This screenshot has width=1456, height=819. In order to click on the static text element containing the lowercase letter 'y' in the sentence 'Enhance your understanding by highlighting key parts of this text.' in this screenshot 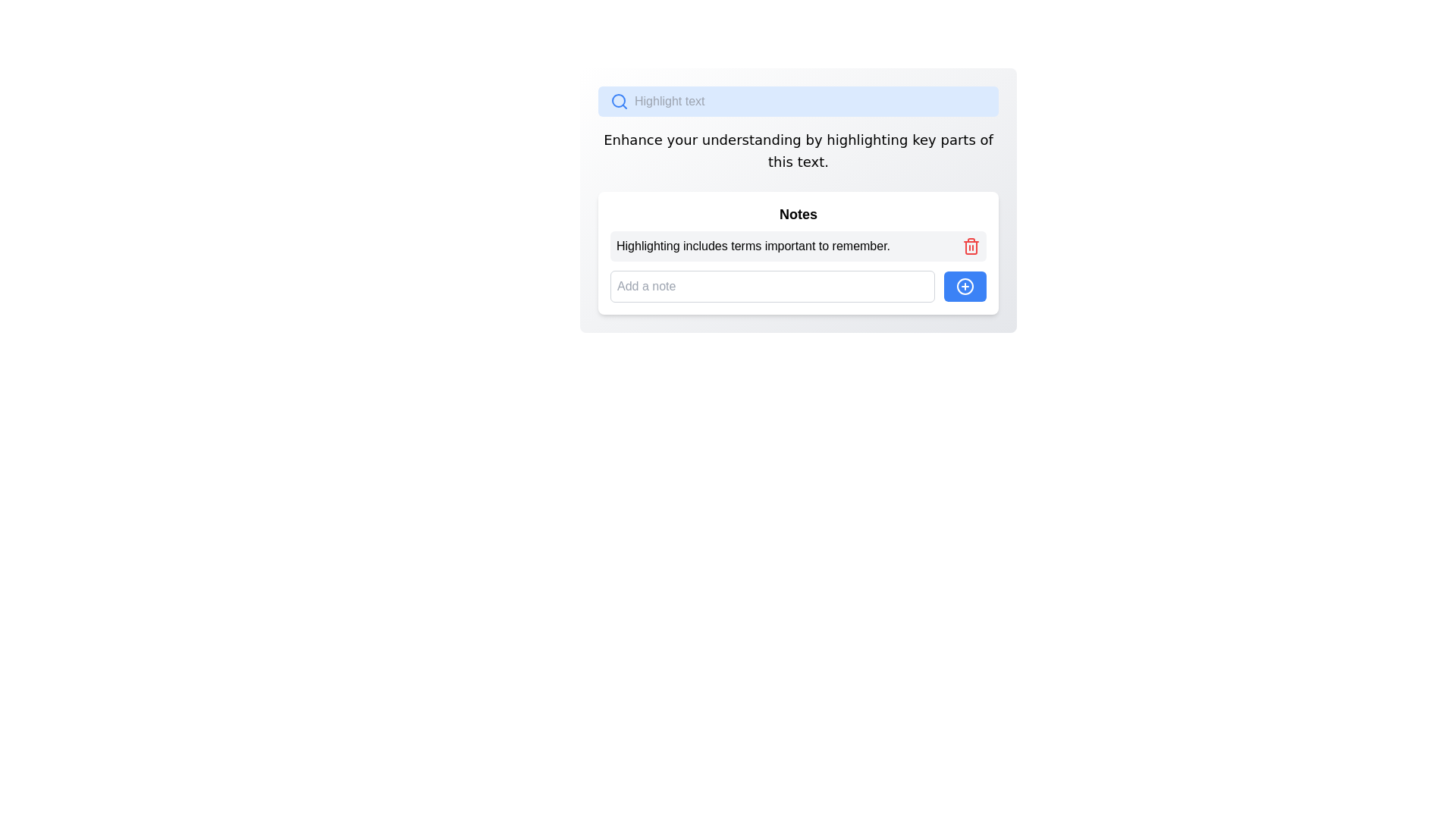, I will do `click(817, 140)`.